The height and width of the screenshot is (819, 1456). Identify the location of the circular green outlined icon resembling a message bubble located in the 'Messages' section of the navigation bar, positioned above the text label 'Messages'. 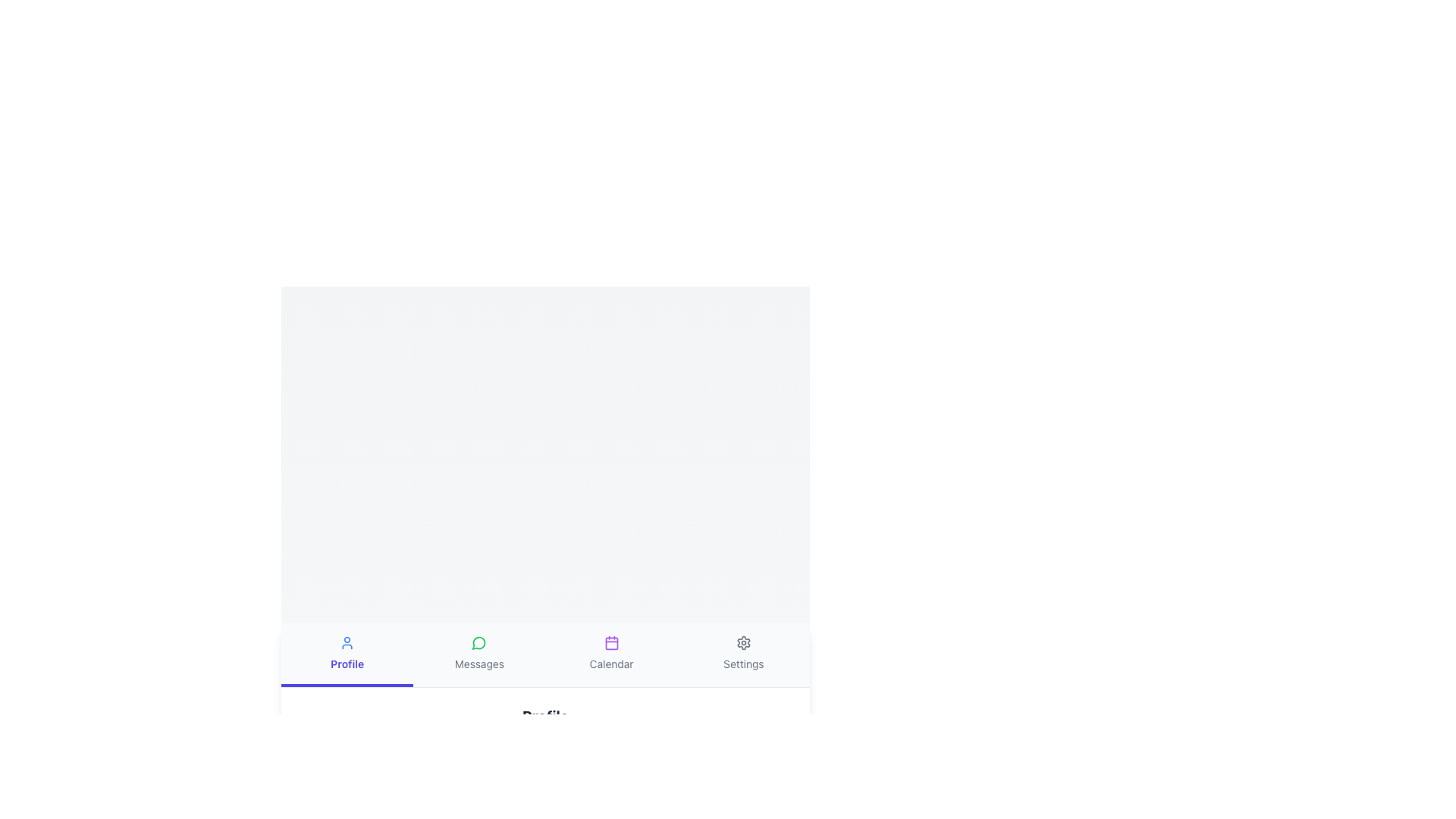
(479, 642).